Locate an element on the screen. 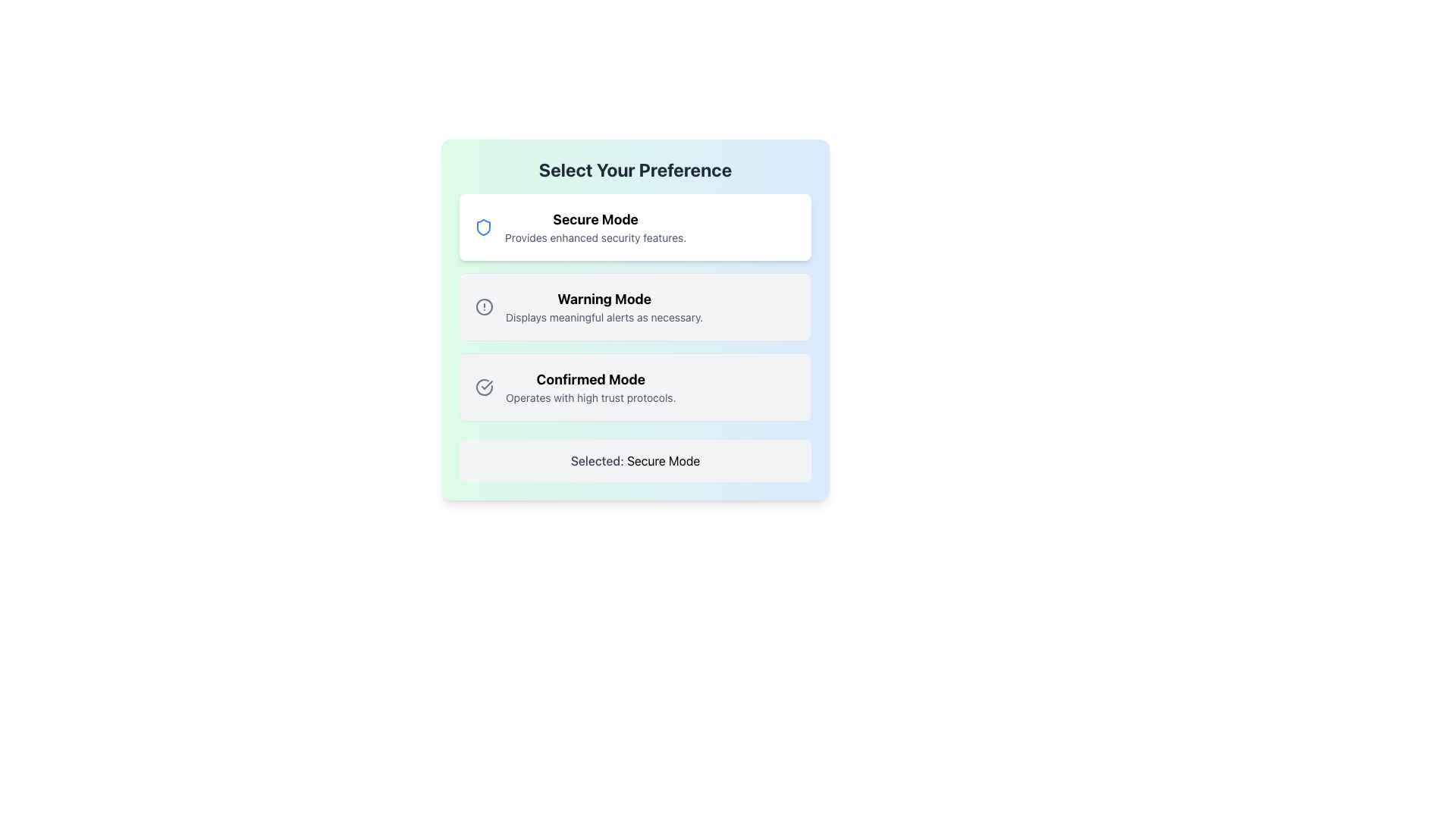  the 'Secure Mode' text label, which includes the bold text 'Secure Mode' and the description 'Provides enhanced security features.' is located at coordinates (595, 227).